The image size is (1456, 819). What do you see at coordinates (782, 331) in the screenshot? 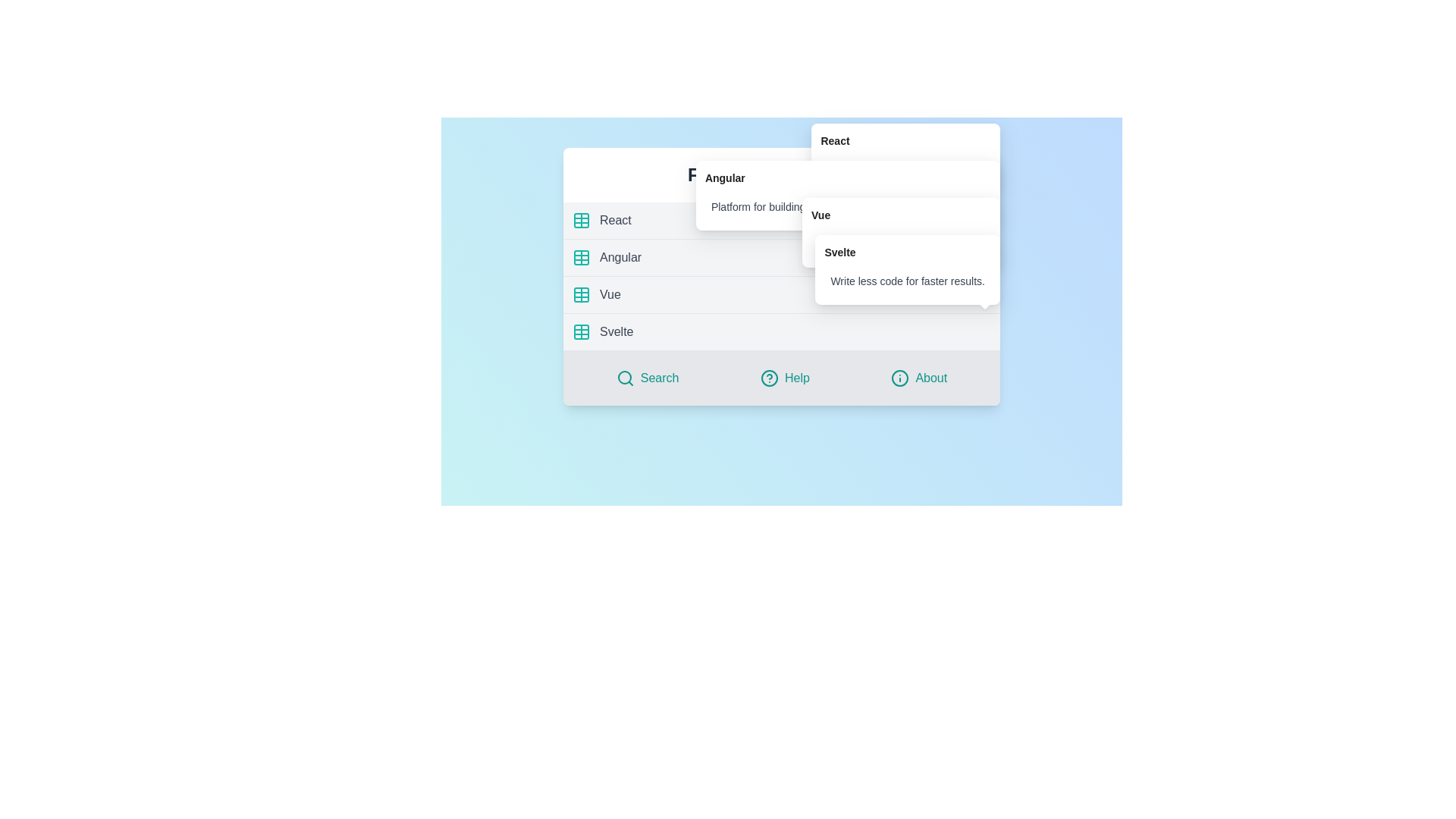
I see `the last interactive list item for 'Svelte'` at bounding box center [782, 331].